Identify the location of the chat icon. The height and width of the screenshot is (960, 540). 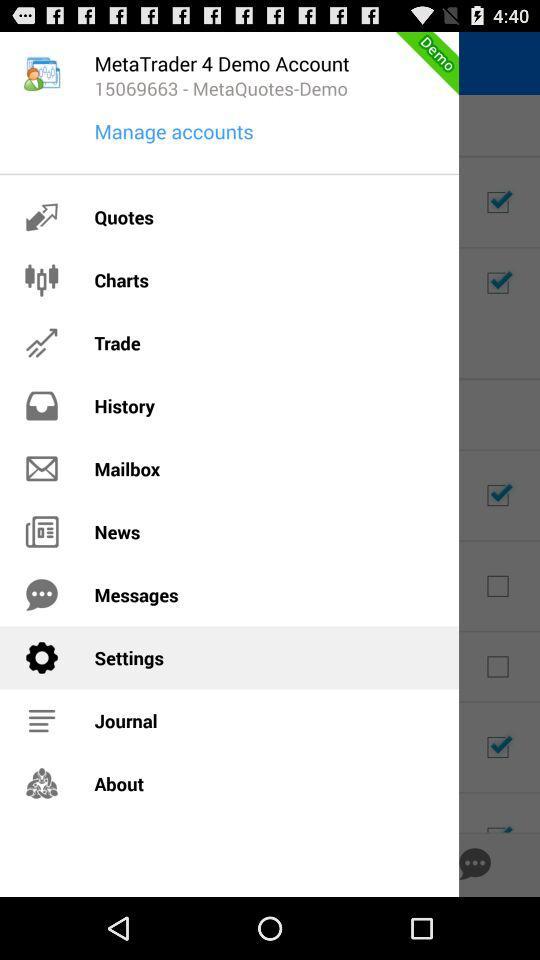
(474, 924).